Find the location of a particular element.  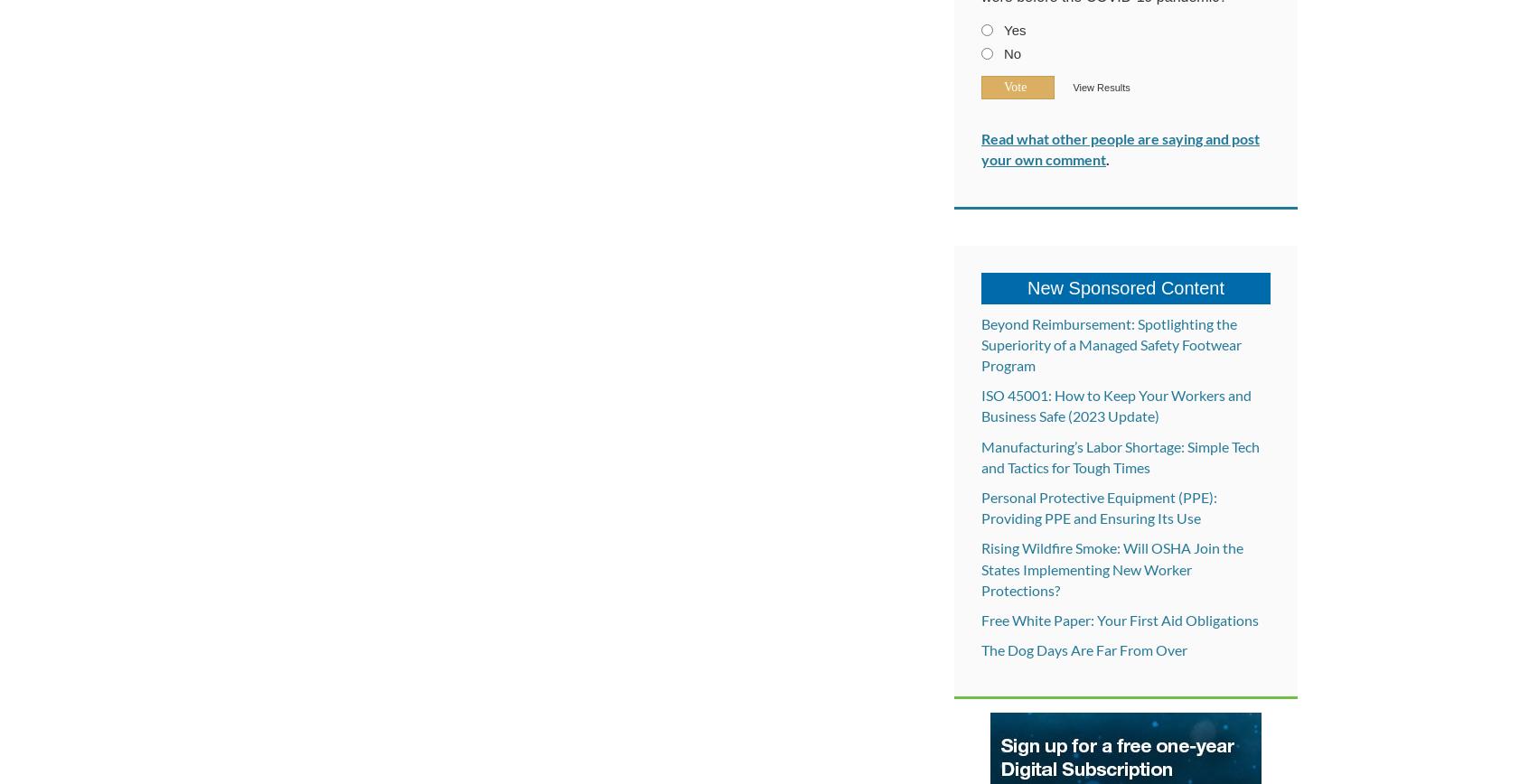

'Vote' is located at coordinates (1015, 87).